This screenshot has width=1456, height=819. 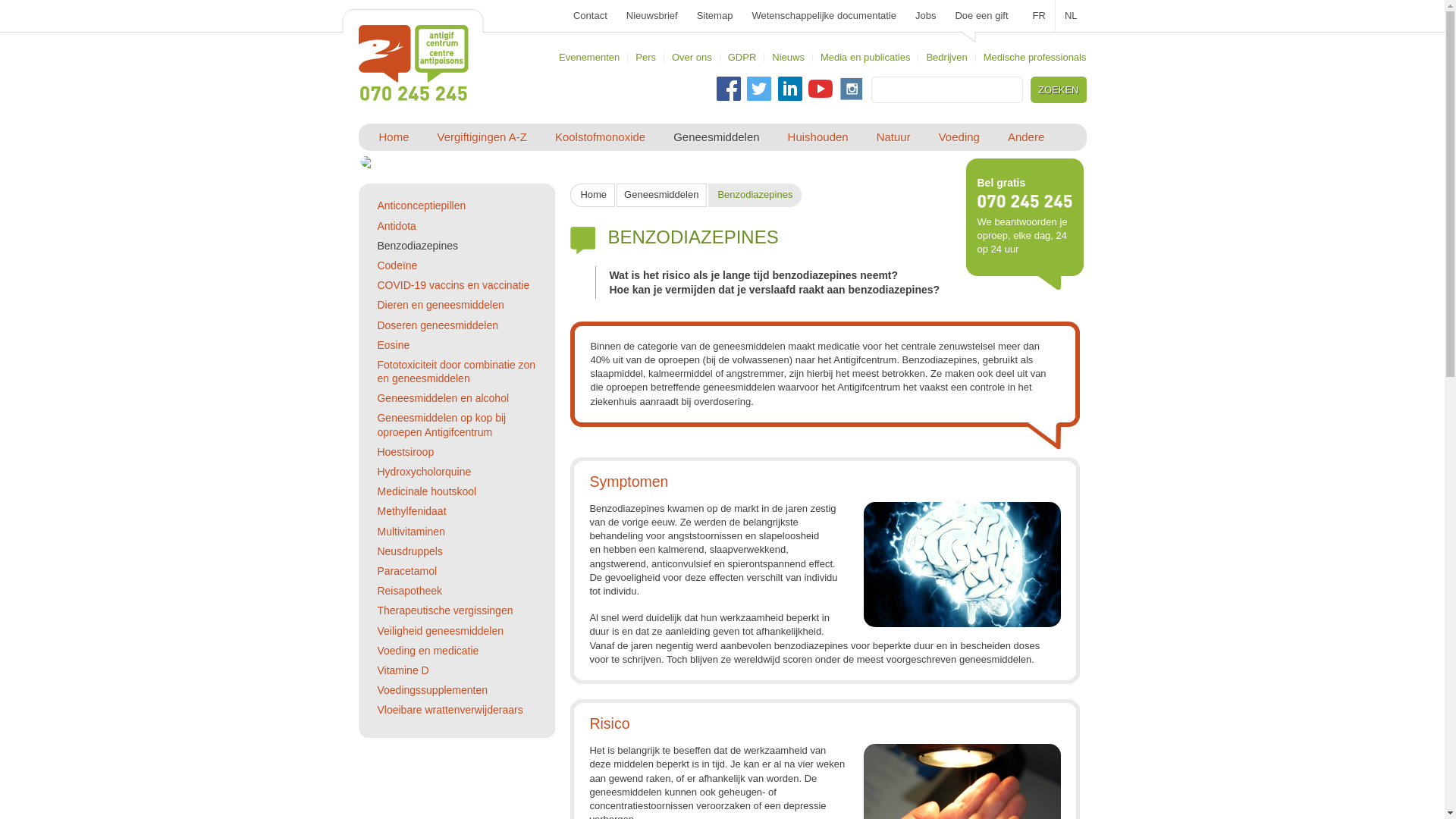 I want to click on 'Wetenschappelijke documentatie', so click(x=823, y=15).